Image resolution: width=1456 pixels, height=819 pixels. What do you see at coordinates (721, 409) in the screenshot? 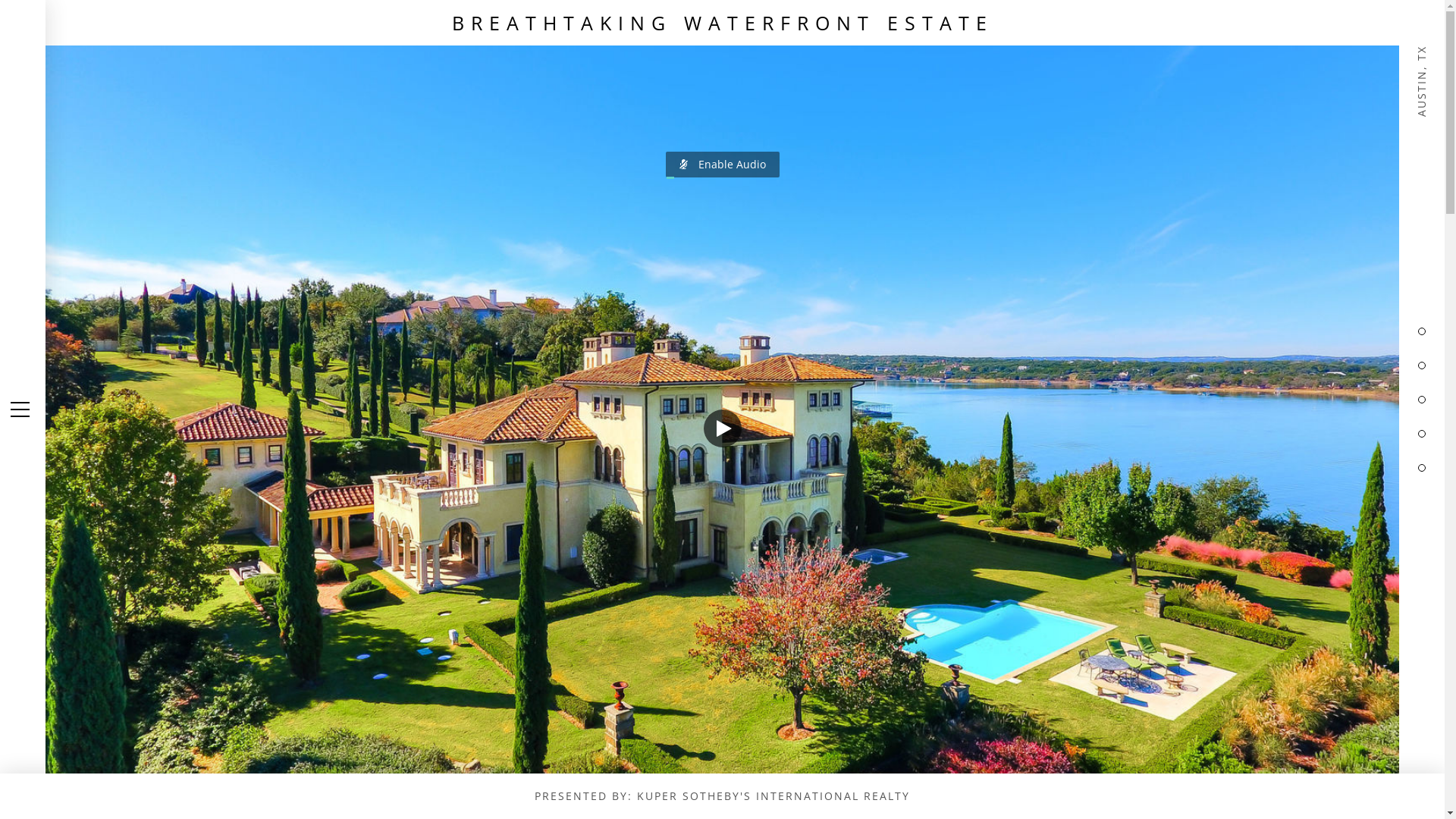
I see `'Listing Video'` at bounding box center [721, 409].